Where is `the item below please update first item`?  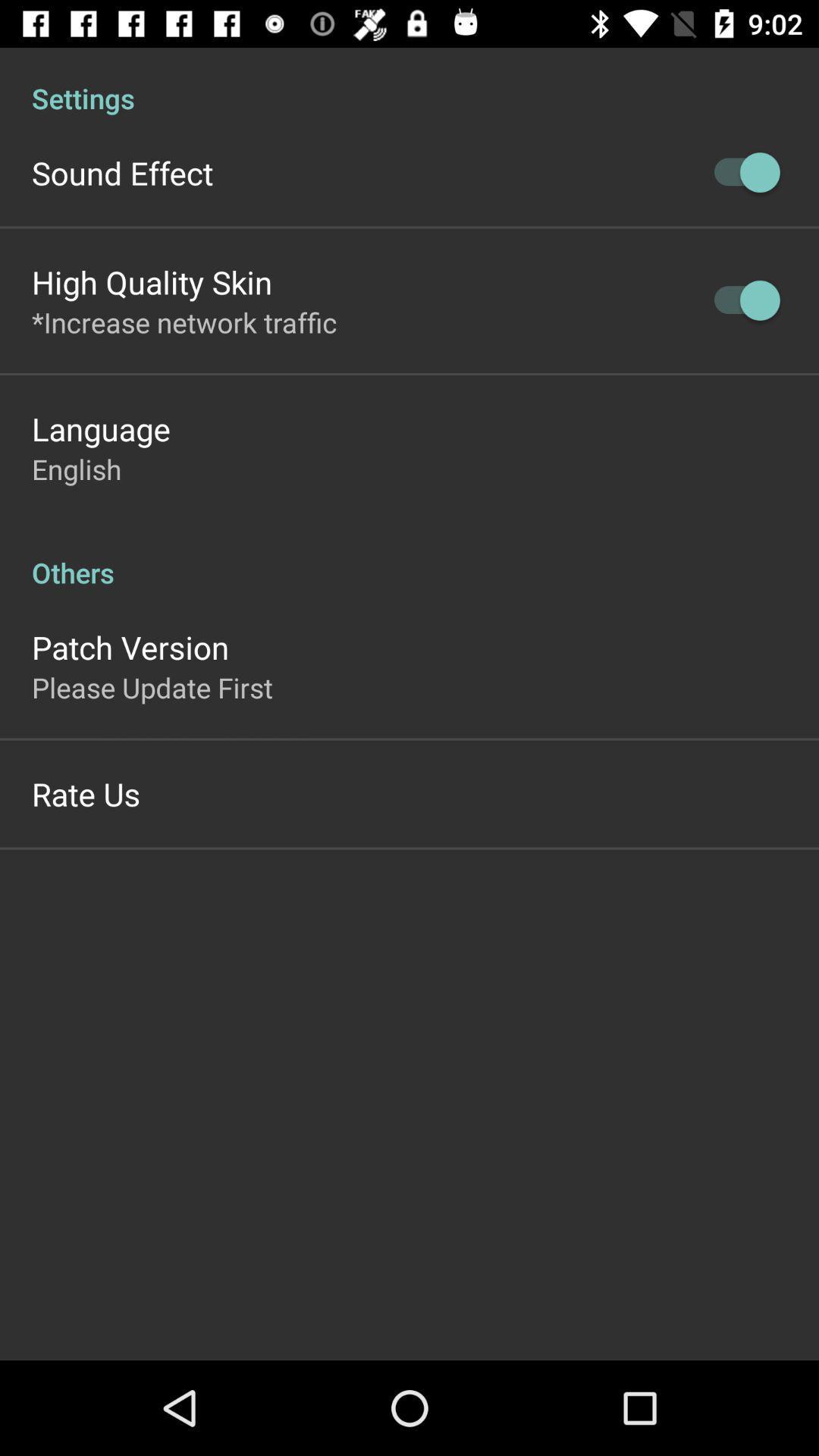
the item below please update first item is located at coordinates (86, 792).